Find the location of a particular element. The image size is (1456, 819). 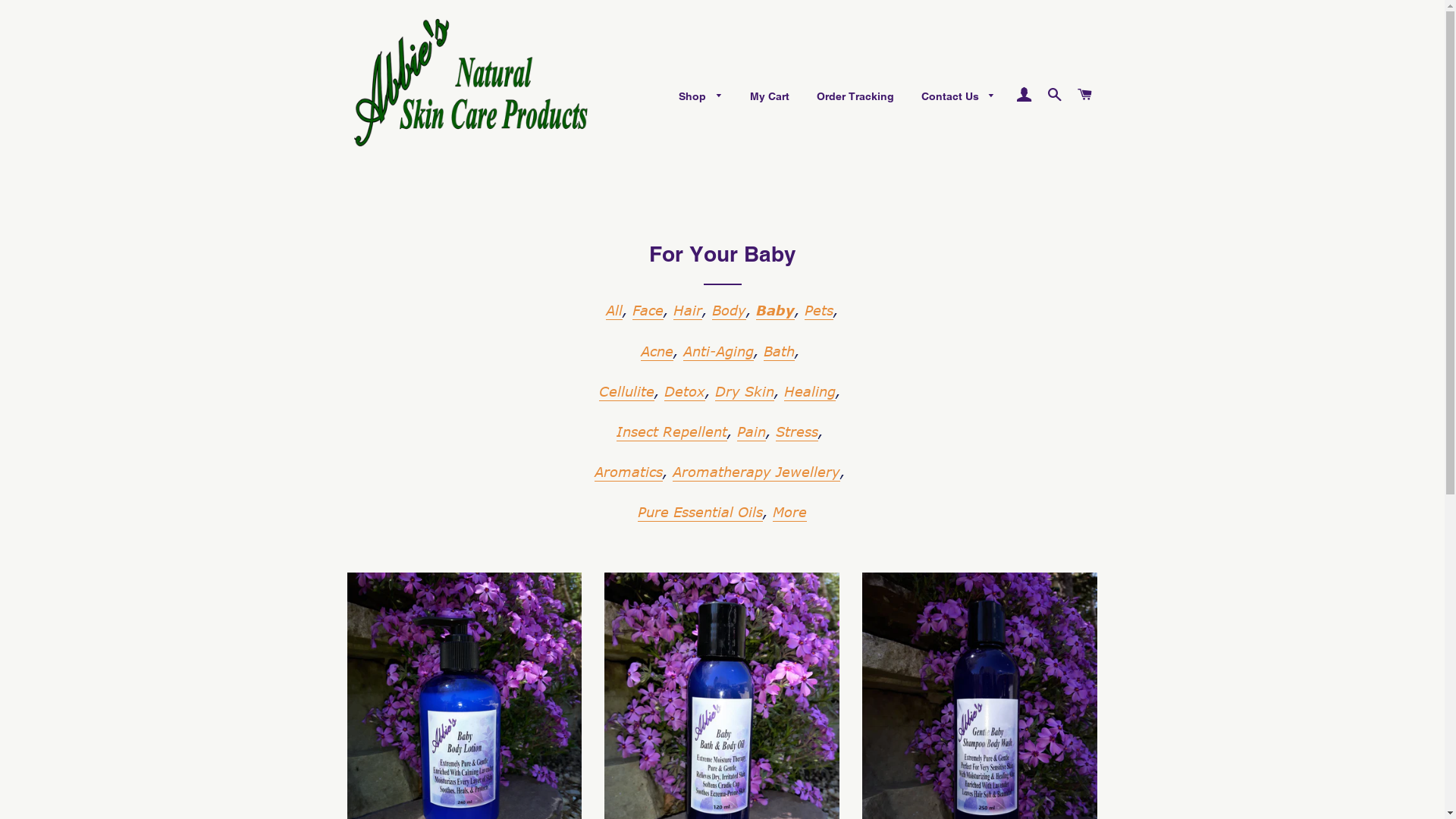

'Cellulite' is located at coordinates (626, 391).